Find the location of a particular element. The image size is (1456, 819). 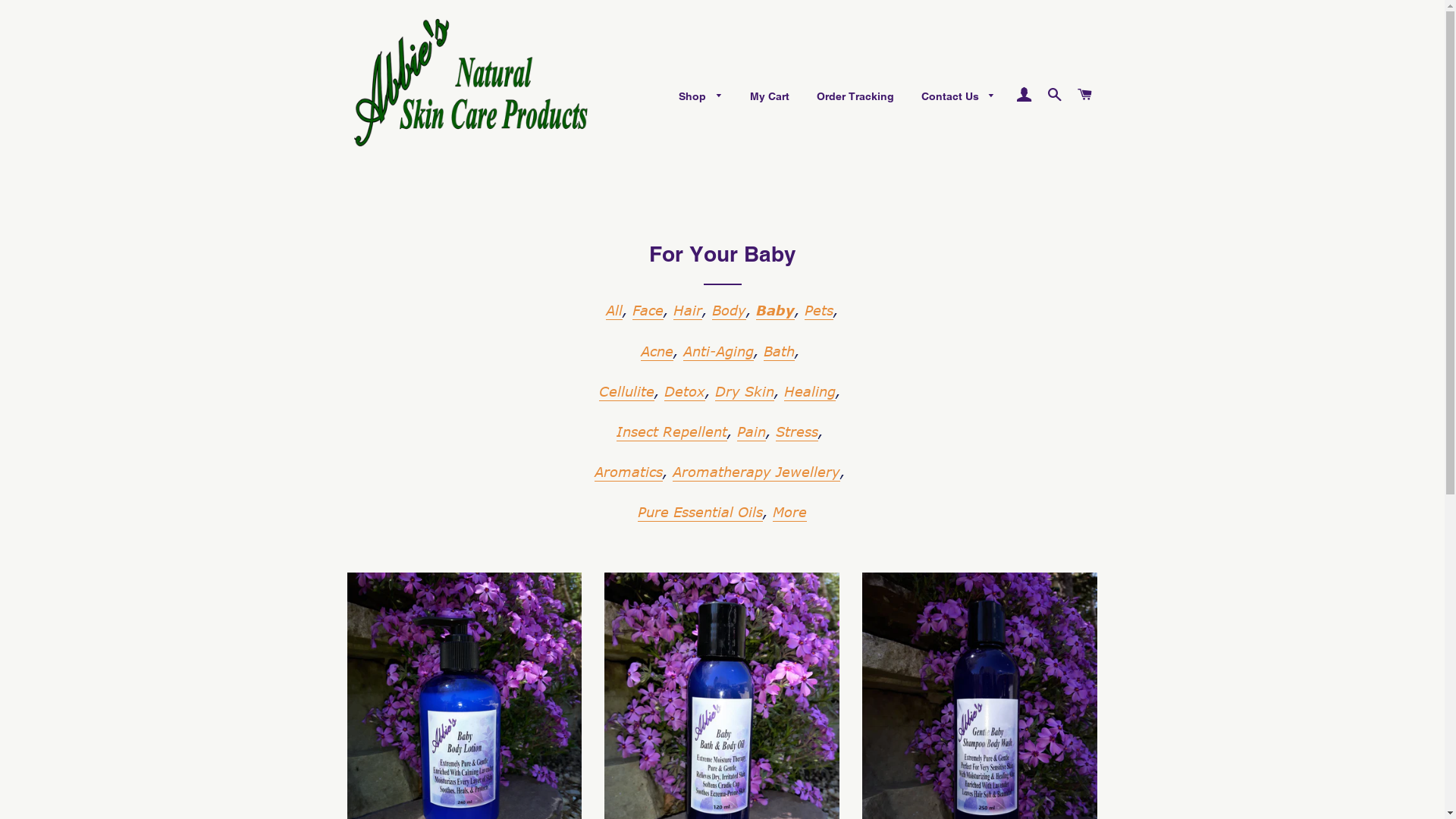

'Cellulite' is located at coordinates (626, 391).